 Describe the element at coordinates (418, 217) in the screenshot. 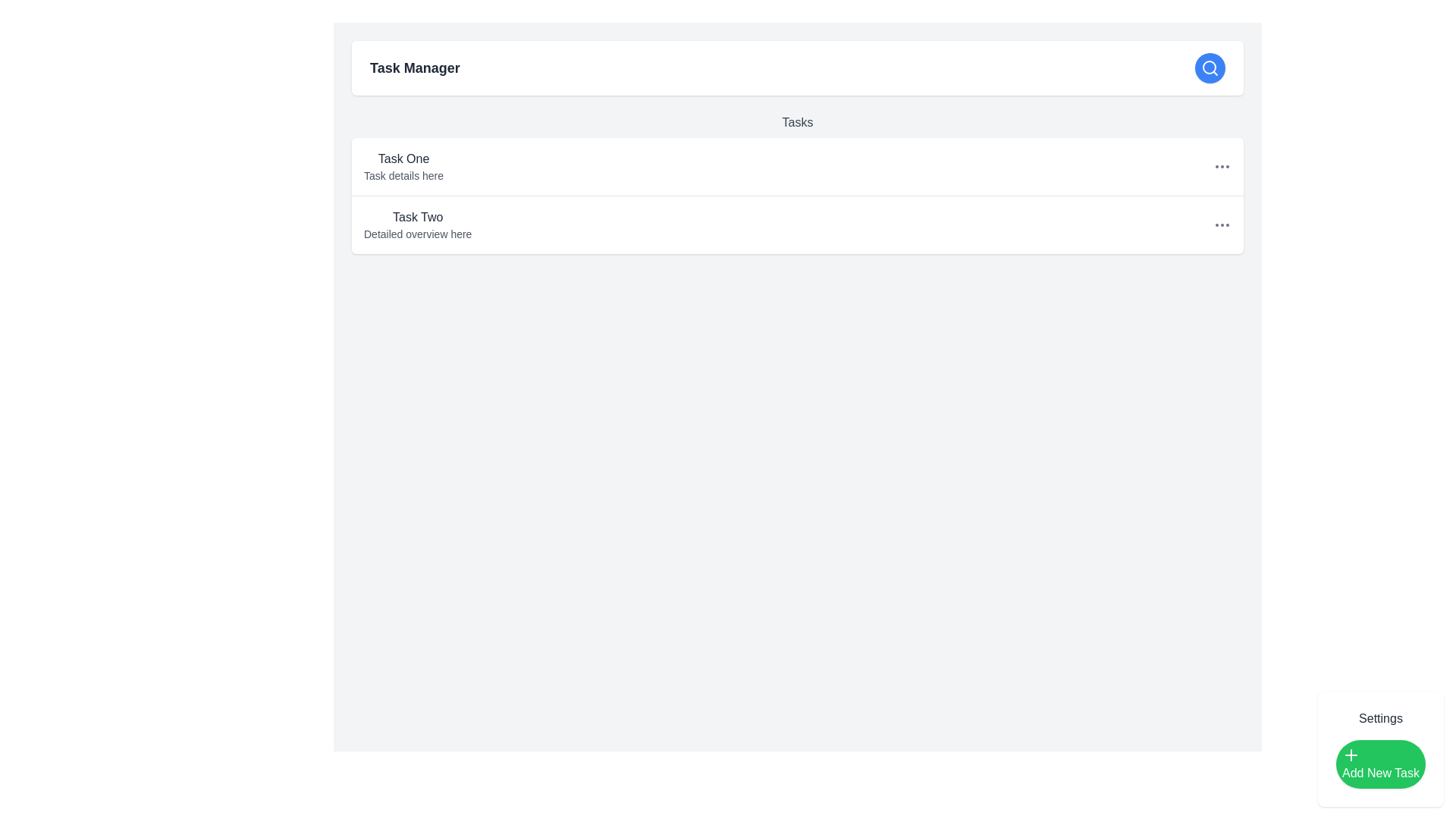

I see `the text display that serves as the title for the second task in the tasks list` at that location.